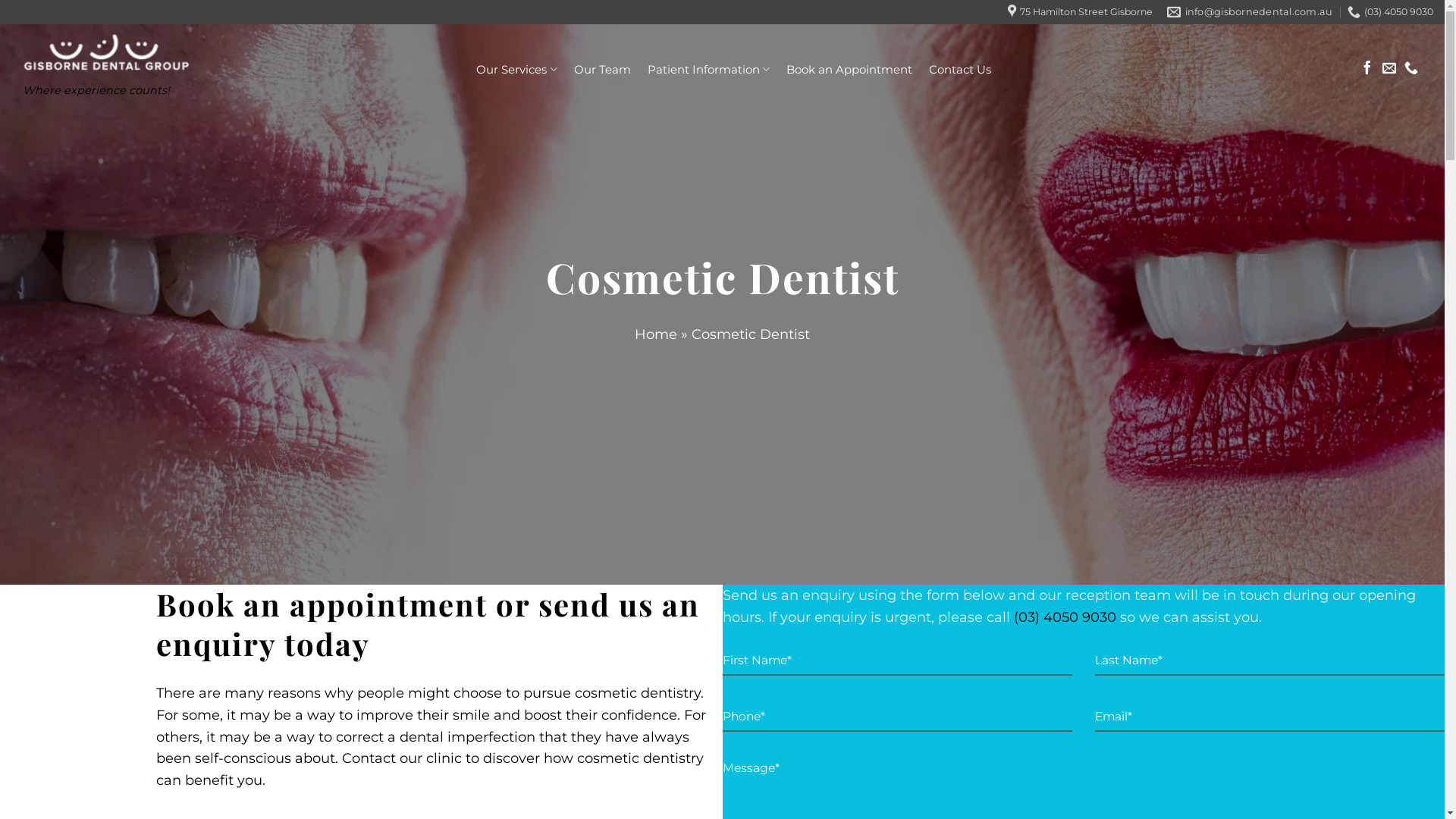  What do you see at coordinates (655, 333) in the screenshot?
I see `'Home'` at bounding box center [655, 333].